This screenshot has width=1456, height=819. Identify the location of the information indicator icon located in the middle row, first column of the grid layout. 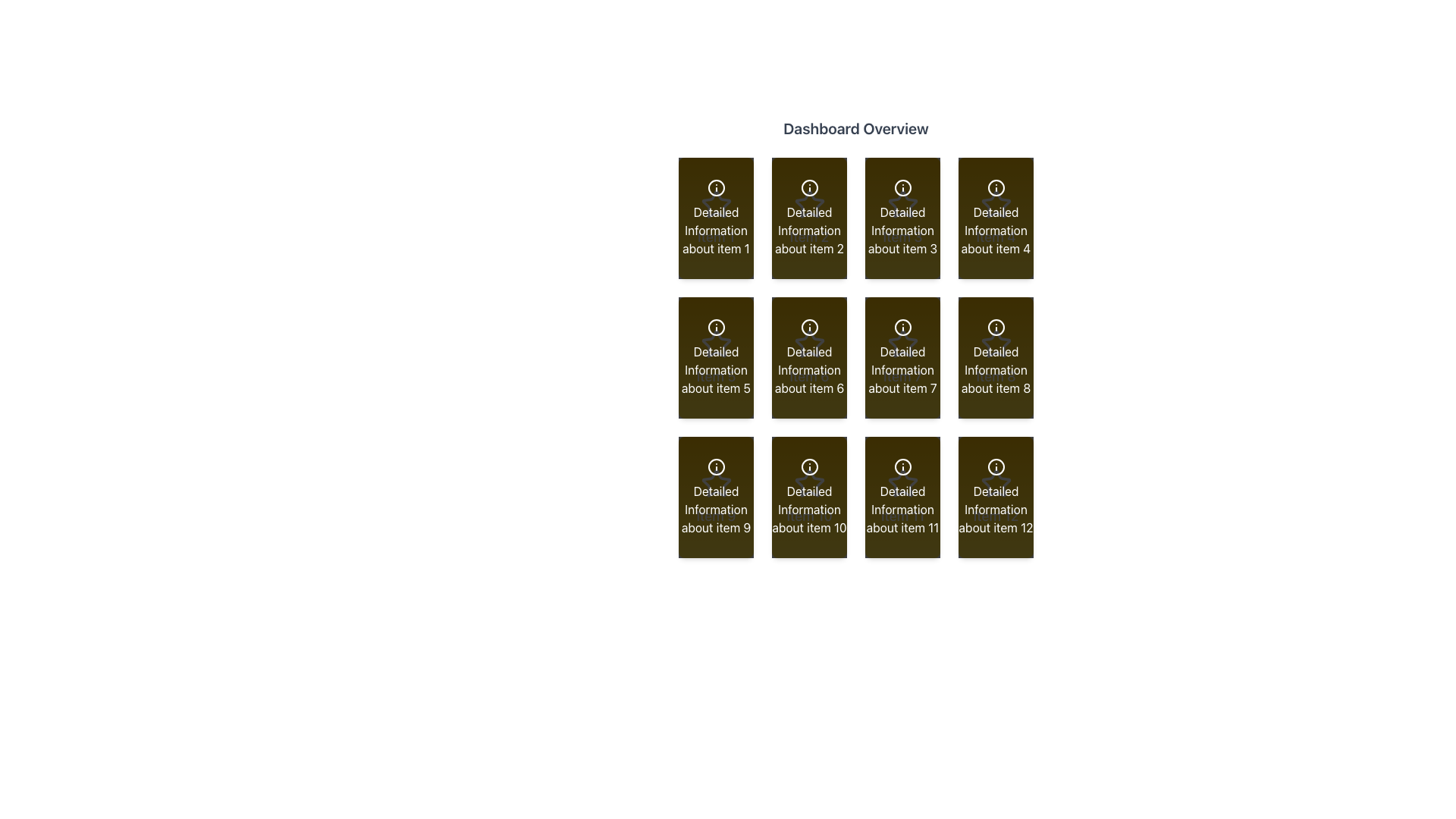
(715, 327).